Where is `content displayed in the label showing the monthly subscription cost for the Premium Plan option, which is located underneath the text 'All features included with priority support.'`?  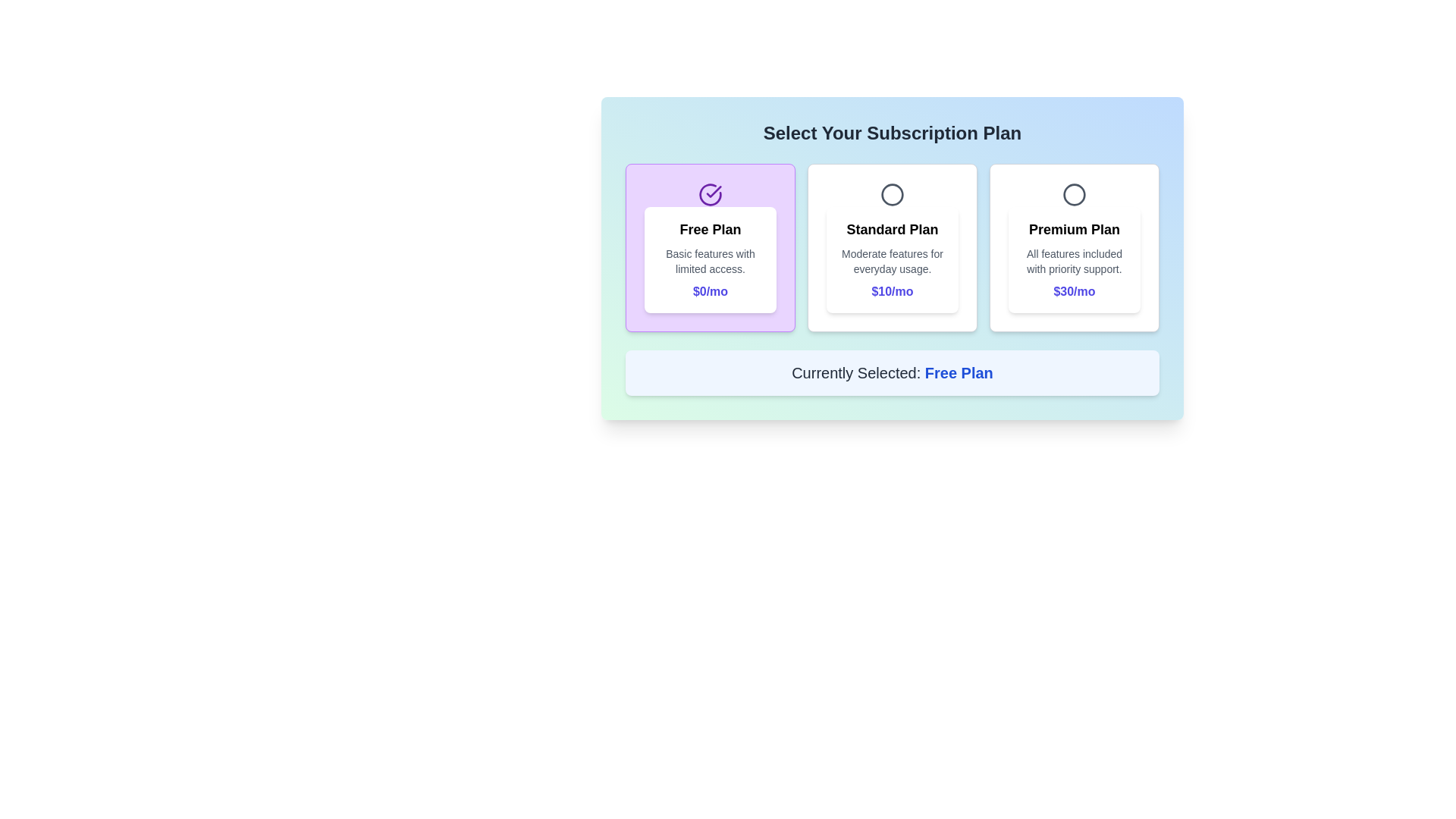
content displayed in the label showing the monthly subscription cost for the Premium Plan option, which is located underneath the text 'All features included with priority support.' is located at coordinates (1073, 292).